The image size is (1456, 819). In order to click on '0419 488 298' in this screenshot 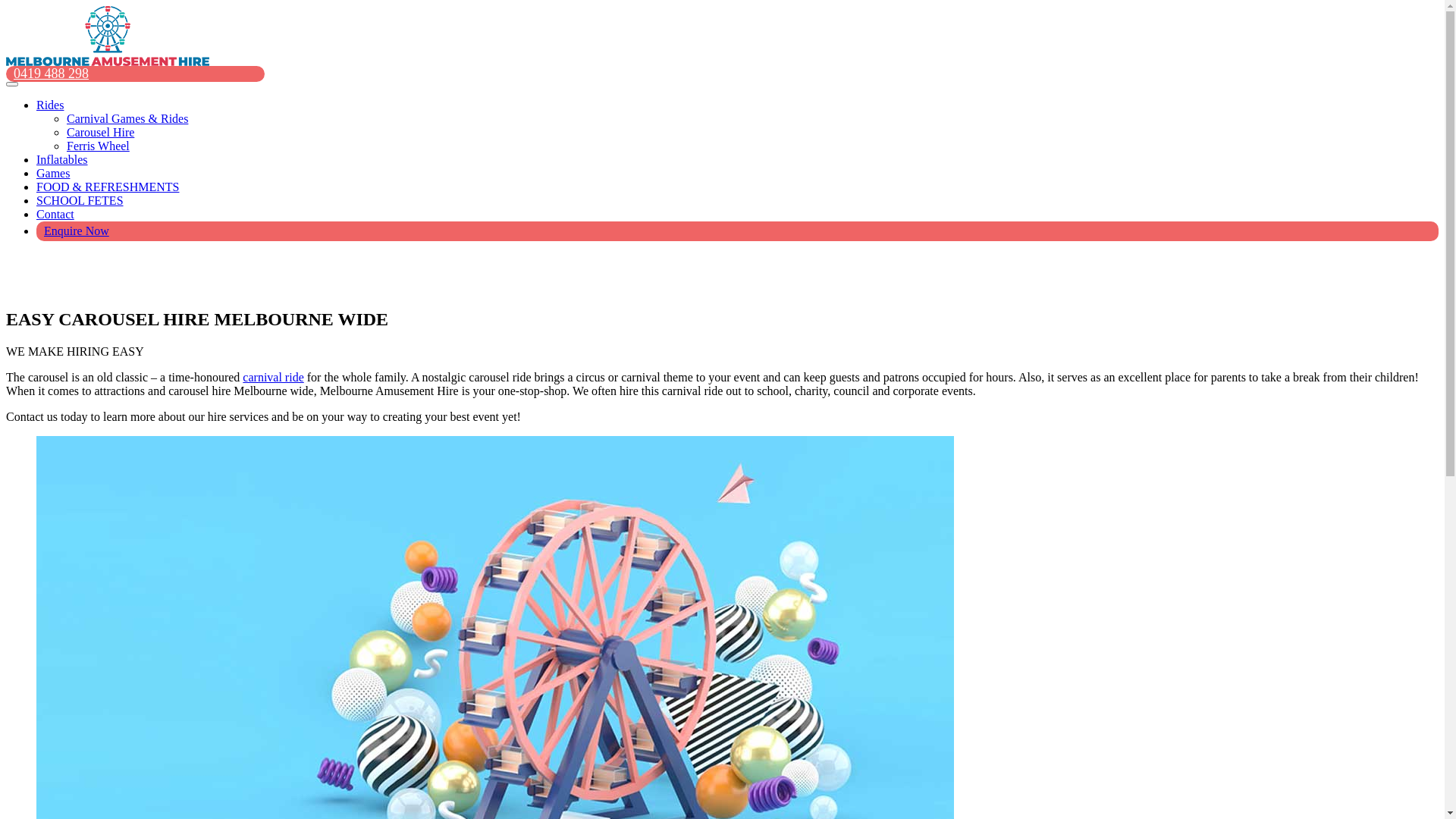, I will do `click(51, 73)`.